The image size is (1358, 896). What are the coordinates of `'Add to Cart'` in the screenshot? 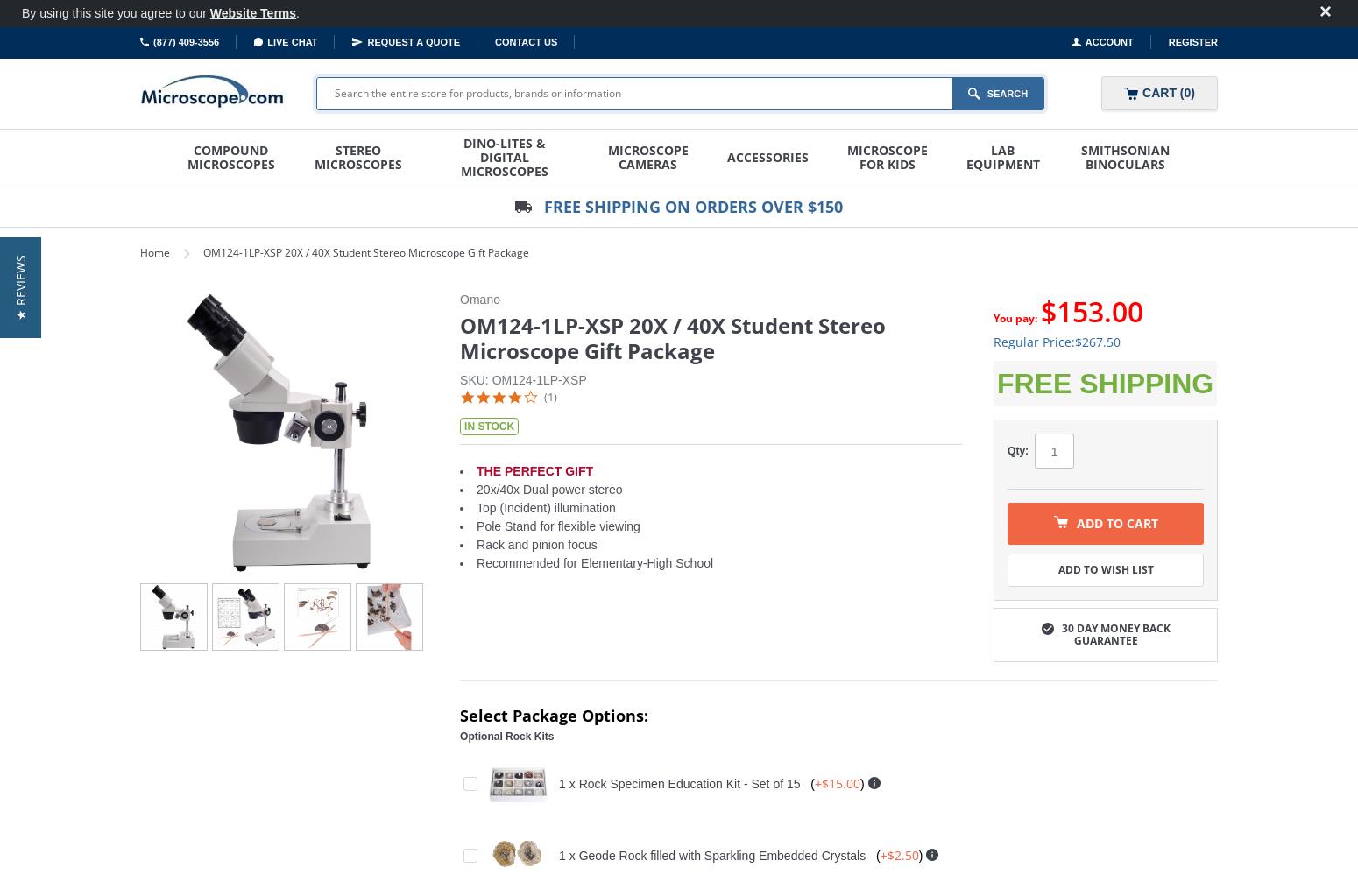 It's located at (1115, 522).